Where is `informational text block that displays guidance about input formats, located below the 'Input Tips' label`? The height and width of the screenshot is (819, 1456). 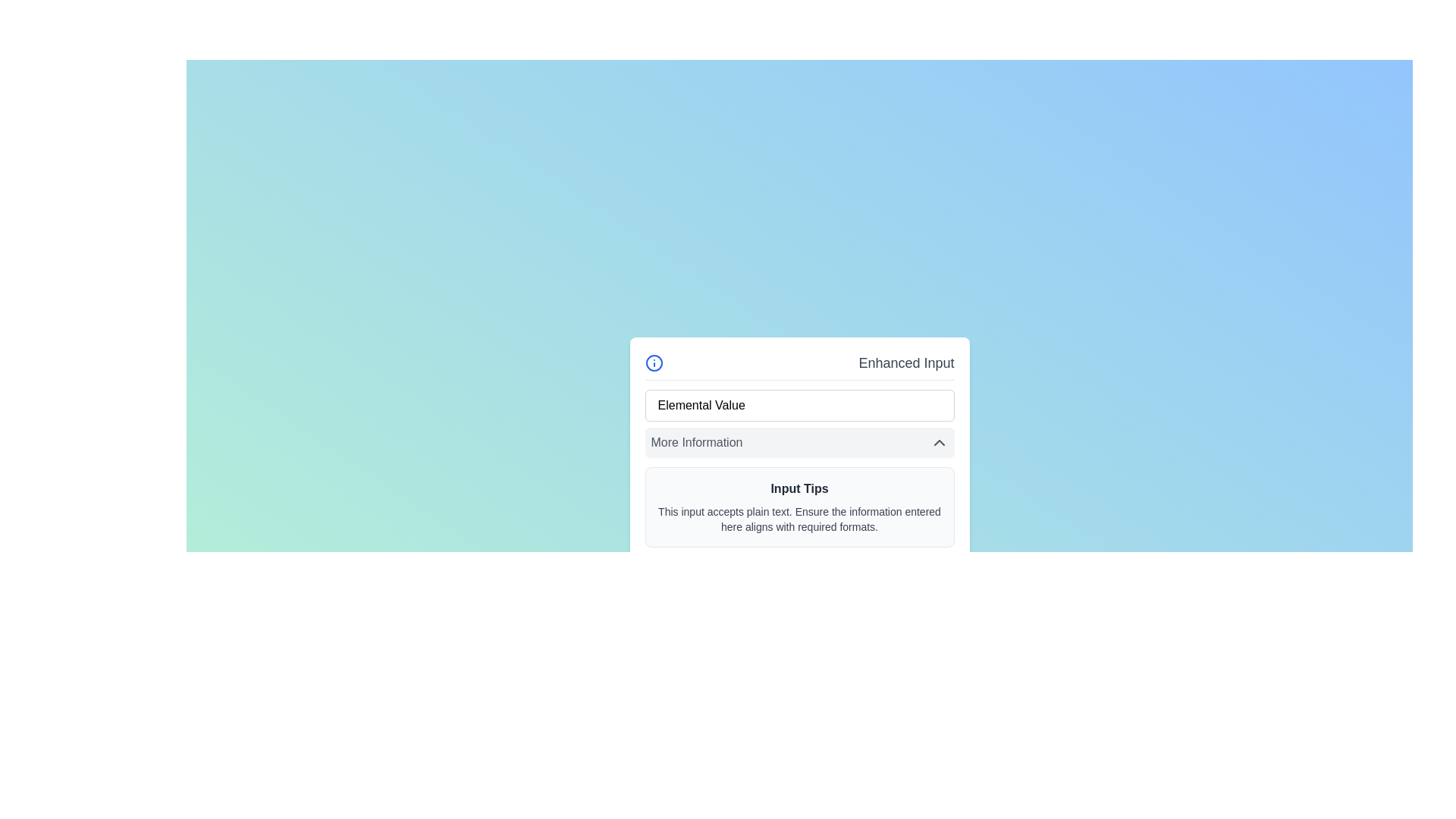
informational text block that displays guidance about input formats, located below the 'Input Tips' label is located at coordinates (799, 518).